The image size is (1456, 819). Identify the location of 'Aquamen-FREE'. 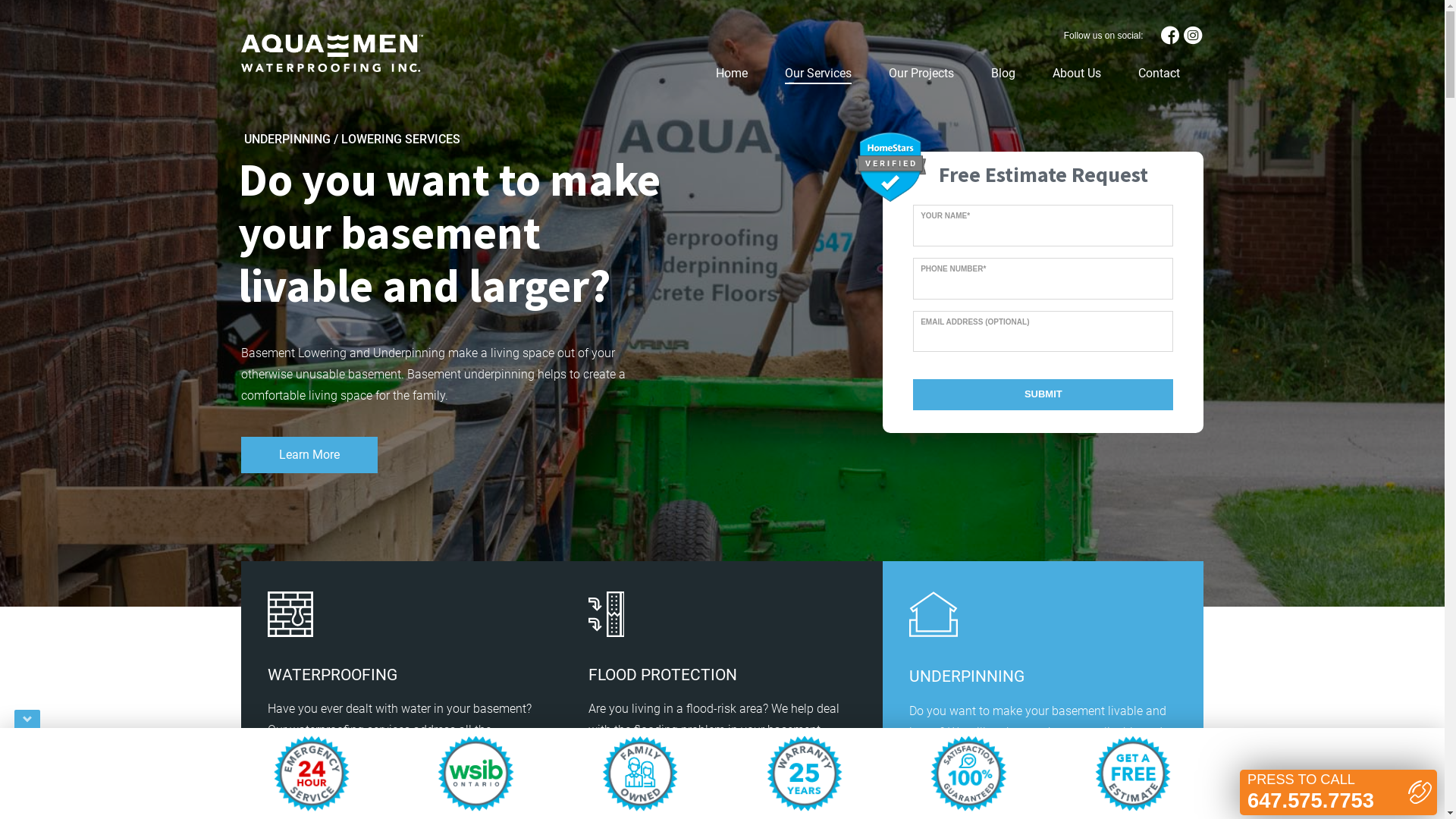
(1132, 773).